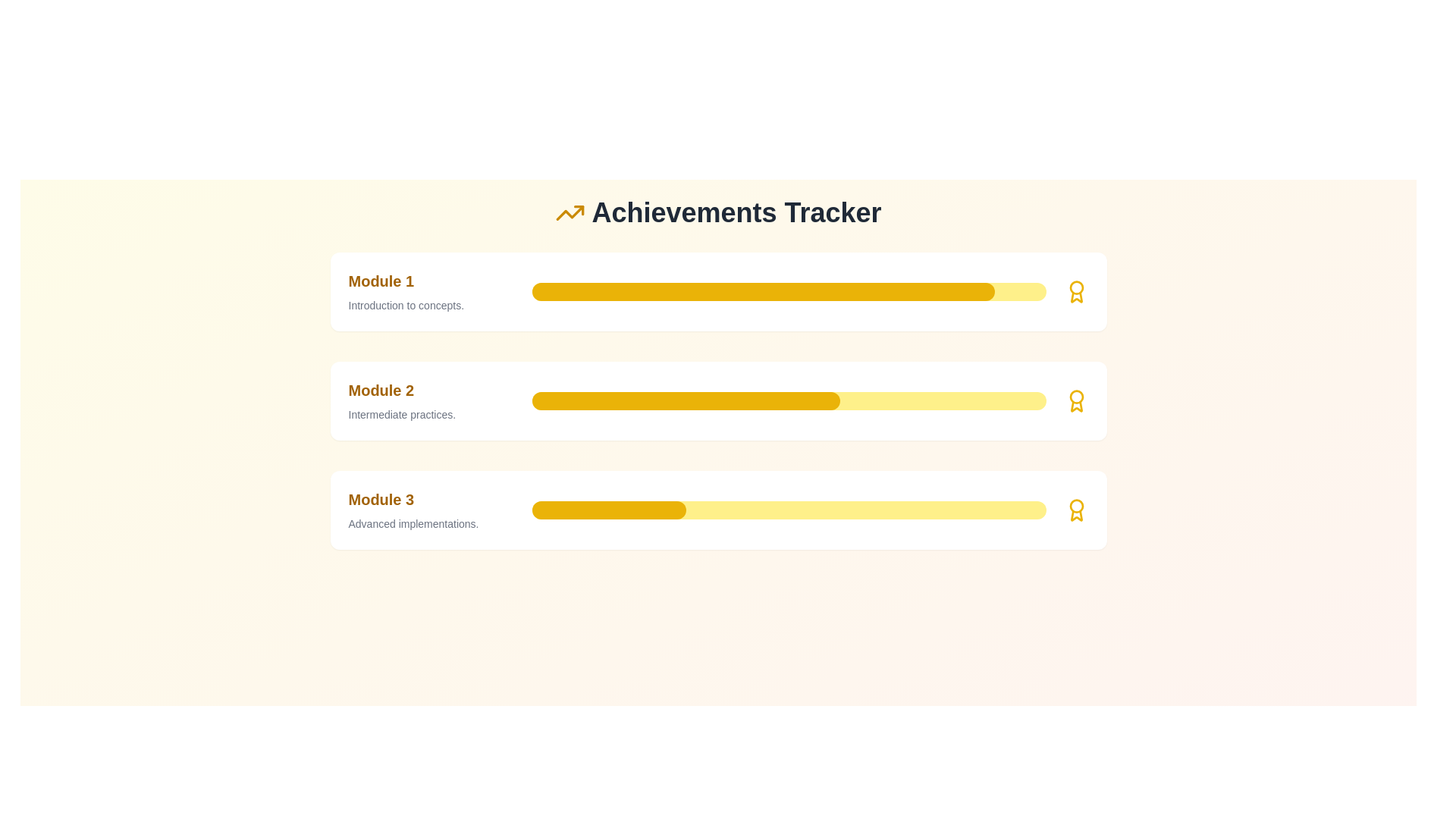  Describe the element at coordinates (789, 510) in the screenshot. I see `the yellow progress bar in the 'Module 3' section of the achievement tracker interface` at that location.